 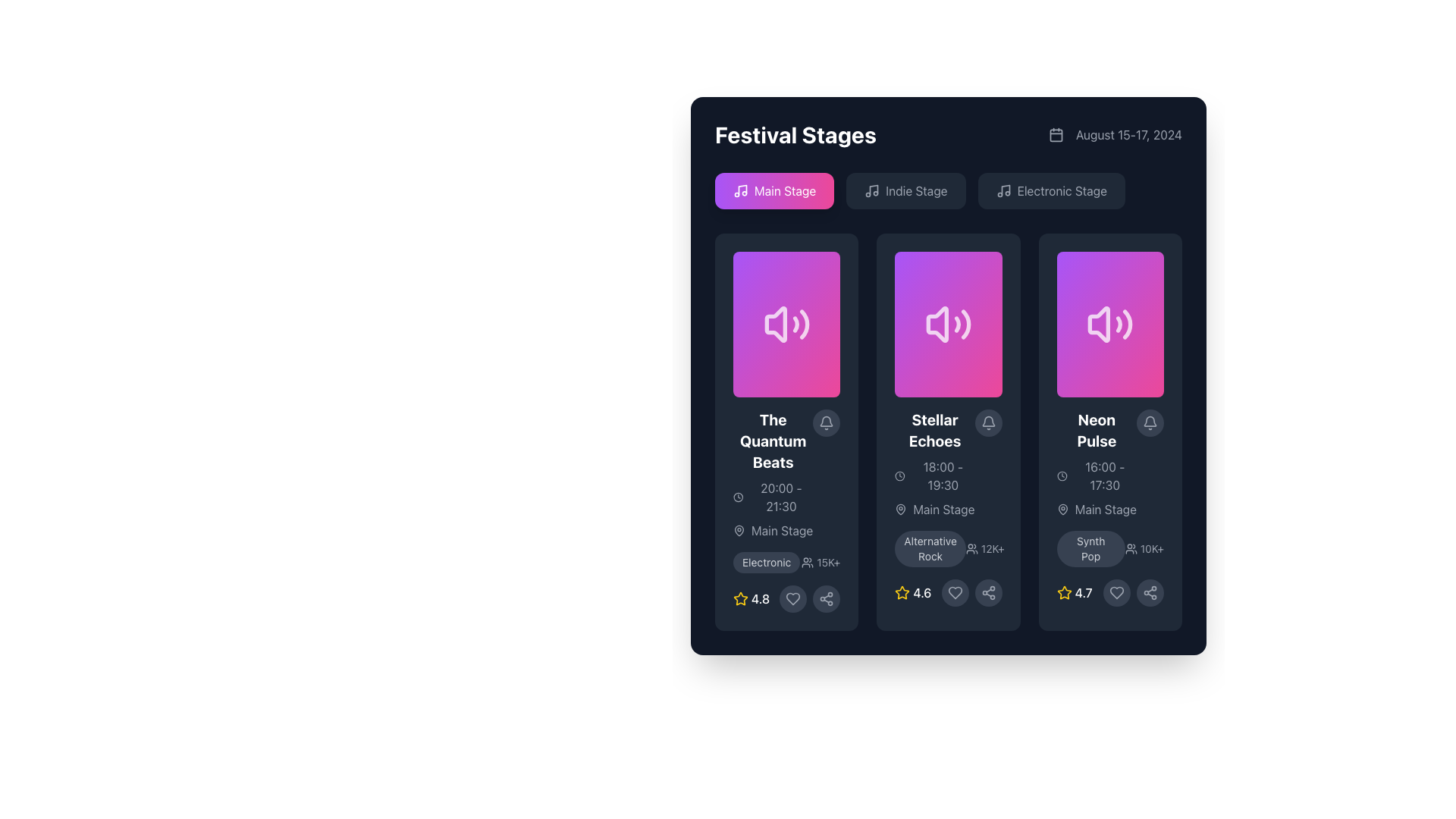 I want to click on the timestamp element displaying '18:00 - 19:30' with a small clock icon, located within the 'Stellar Echoes' event card, so click(x=934, y=475).